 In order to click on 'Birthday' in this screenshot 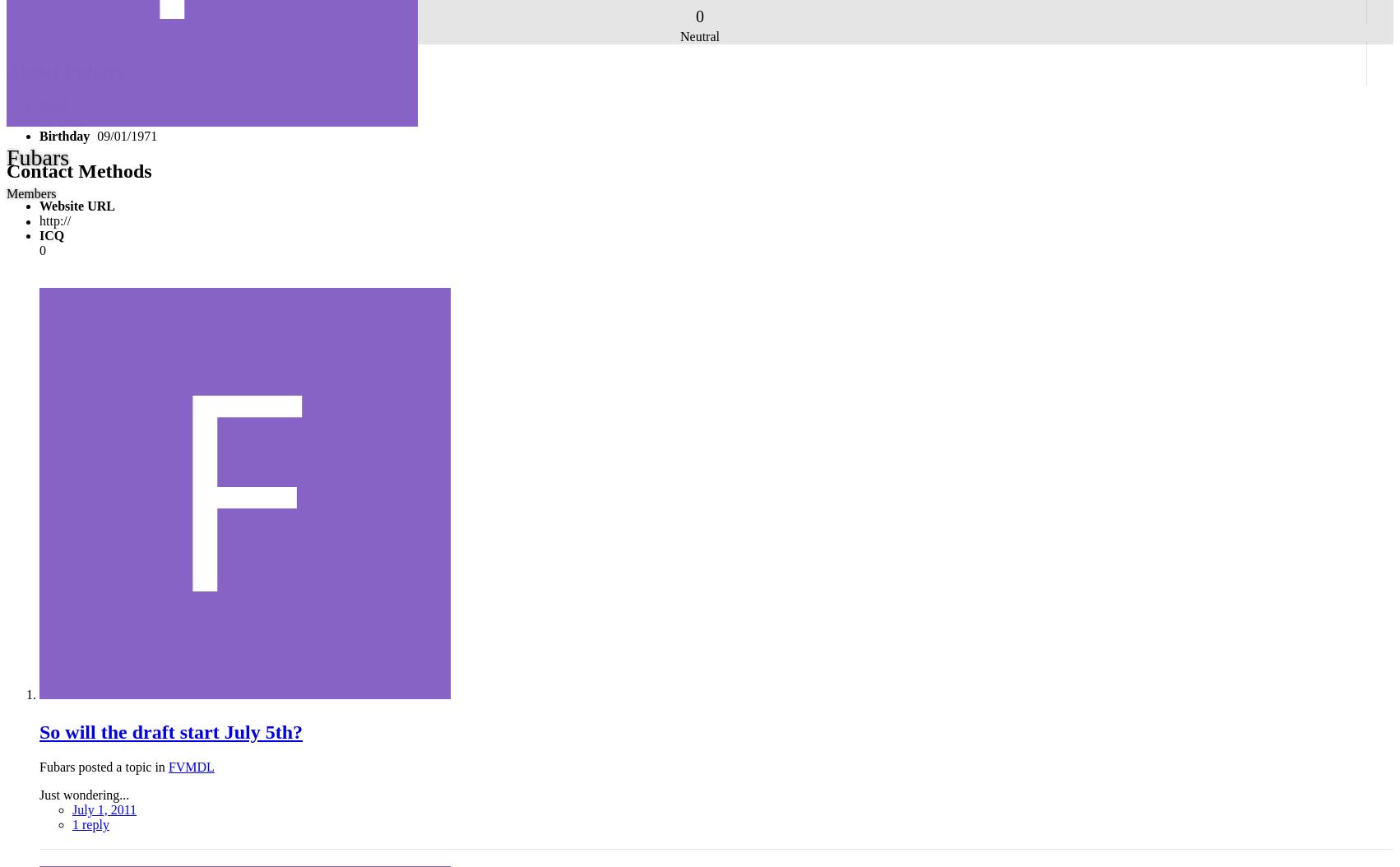, I will do `click(39, 135)`.